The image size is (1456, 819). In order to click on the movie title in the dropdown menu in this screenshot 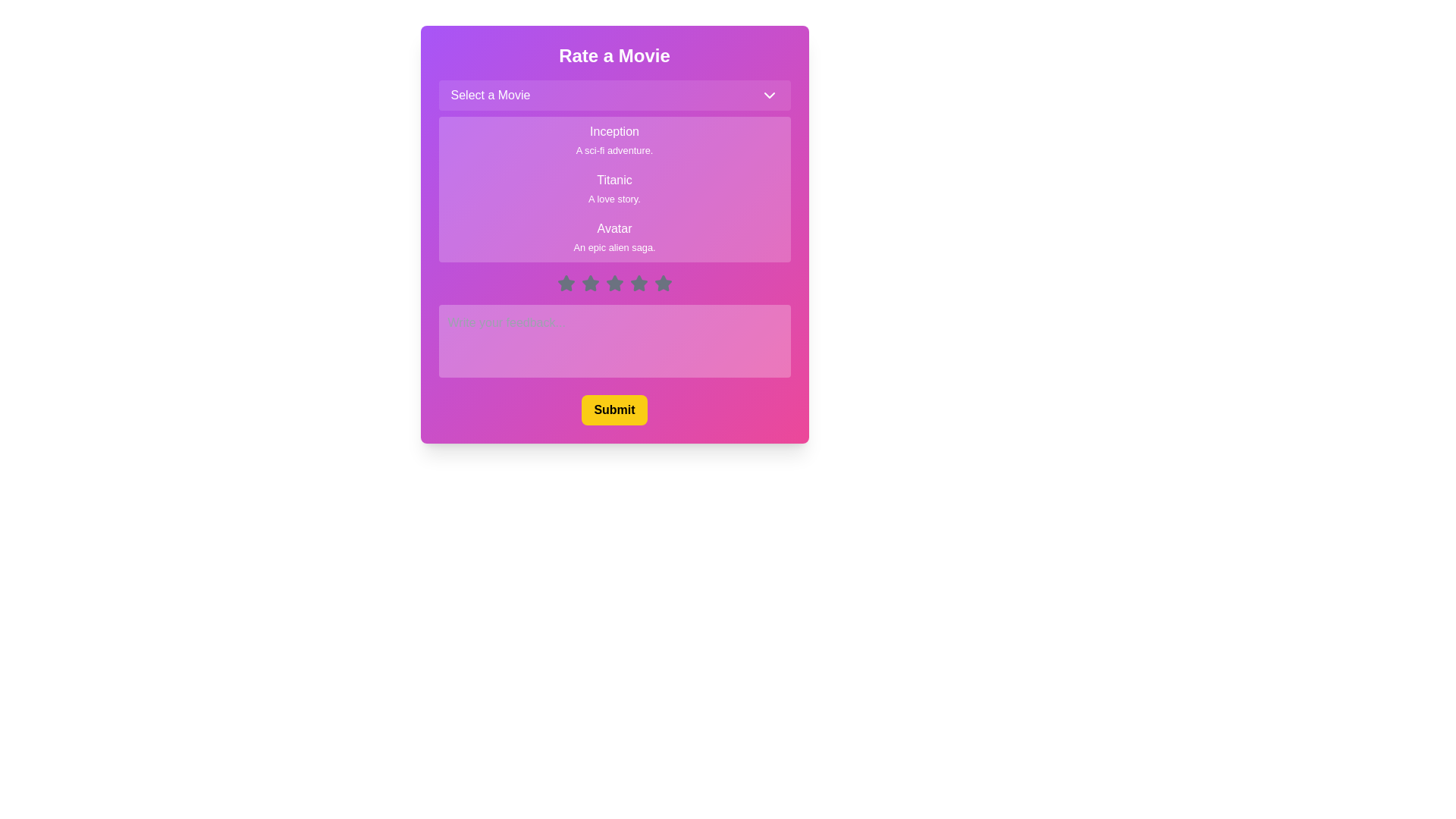, I will do `click(614, 171)`.